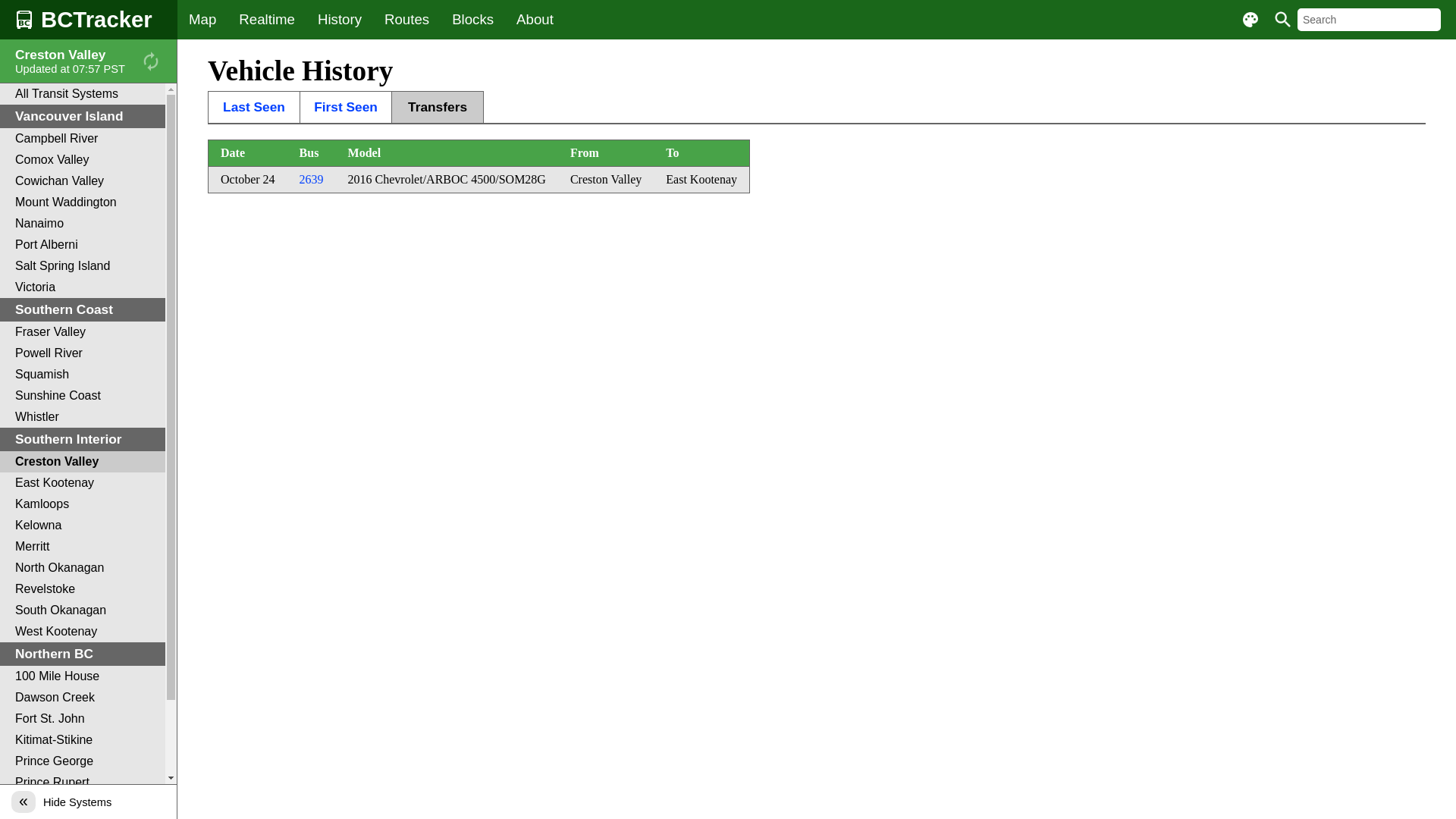 This screenshot has height=819, width=1456. I want to click on 'Kitimat-Stikine', so click(82, 739).